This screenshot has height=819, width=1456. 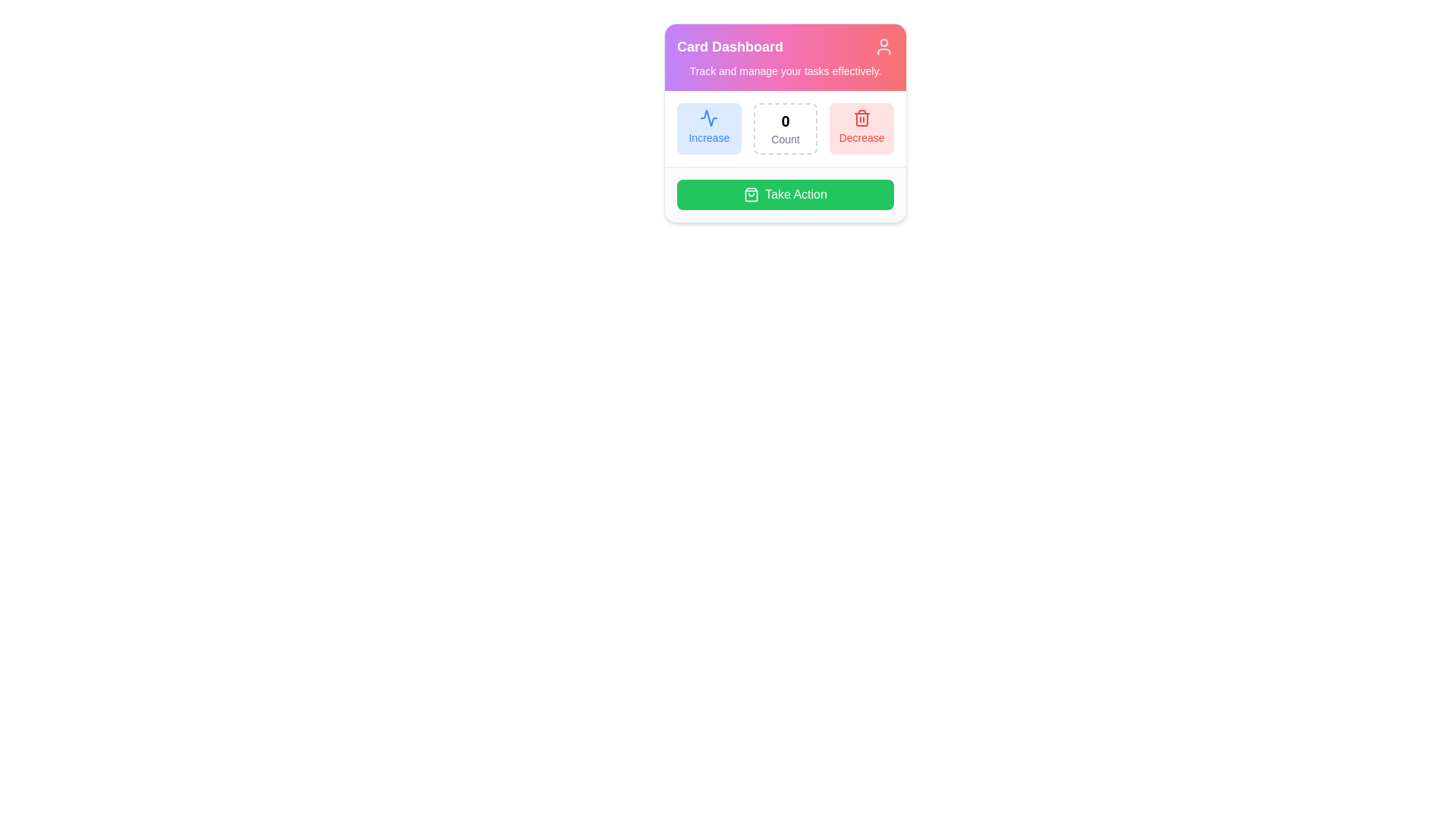 I want to click on text label that describes the action of decreasing a value, located below the trash can icon within the red 'Decrease' button, so click(x=861, y=137).